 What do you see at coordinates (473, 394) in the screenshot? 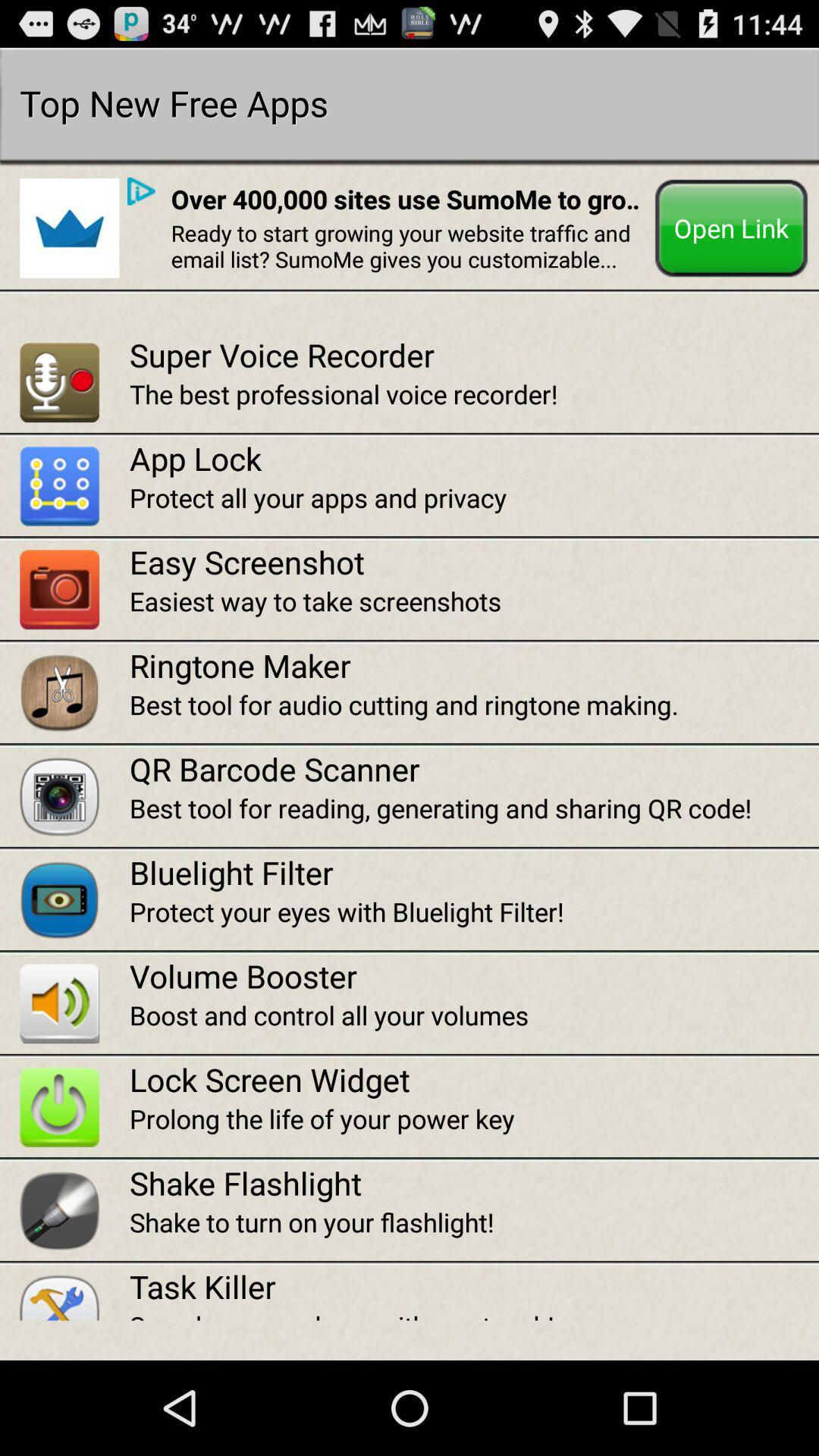
I see `the icon above the app lock` at bounding box center [473, 394].